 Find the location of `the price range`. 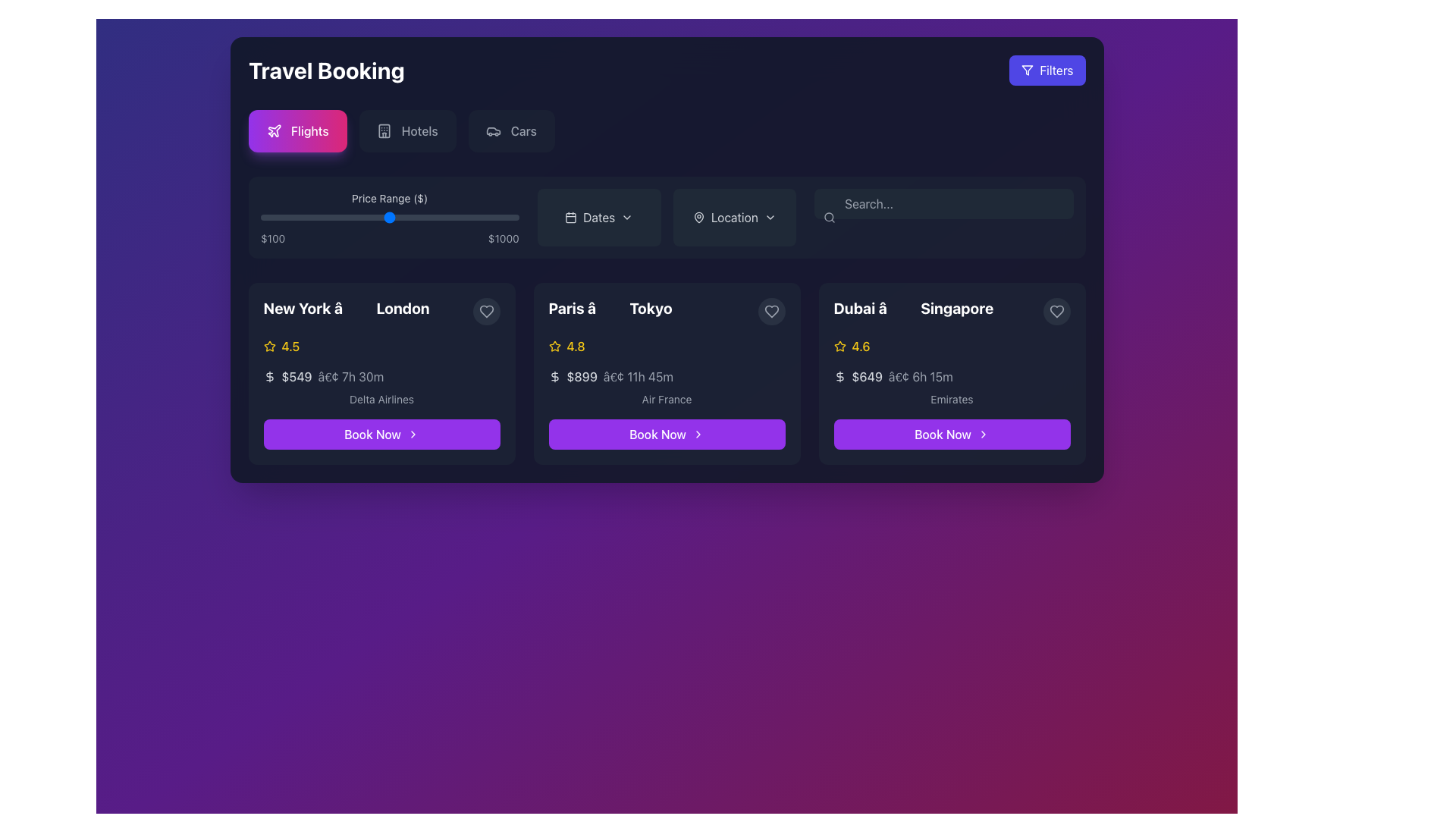

the price range is located at coordinates (403, 217).